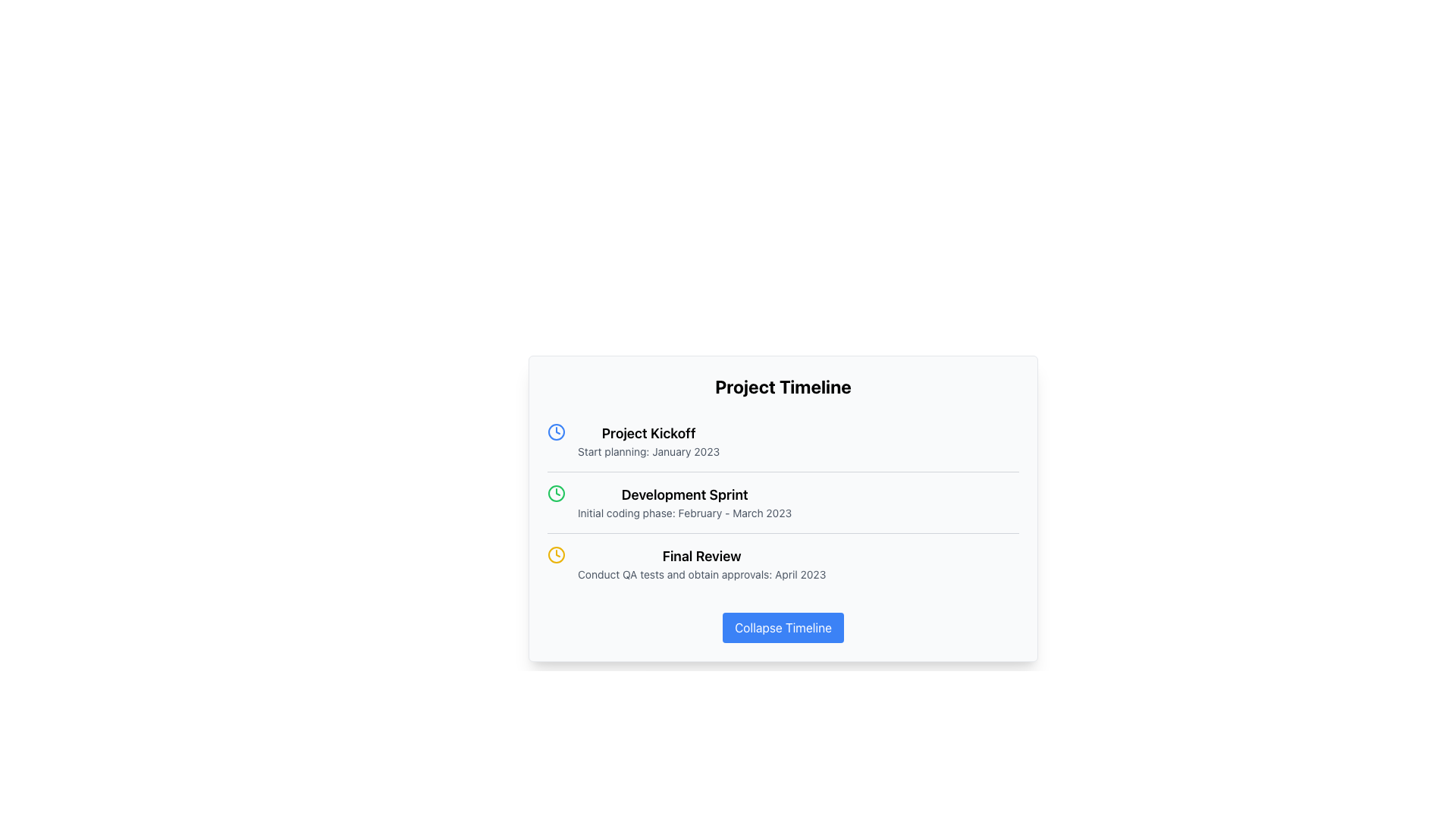 This screenshot has height=819, width=1456. What do you see at coordinates (783, 628) in the screenshot?
I see `the button located at the bottom of the 'Project Timeline' section` at bounding box center [783, 628].